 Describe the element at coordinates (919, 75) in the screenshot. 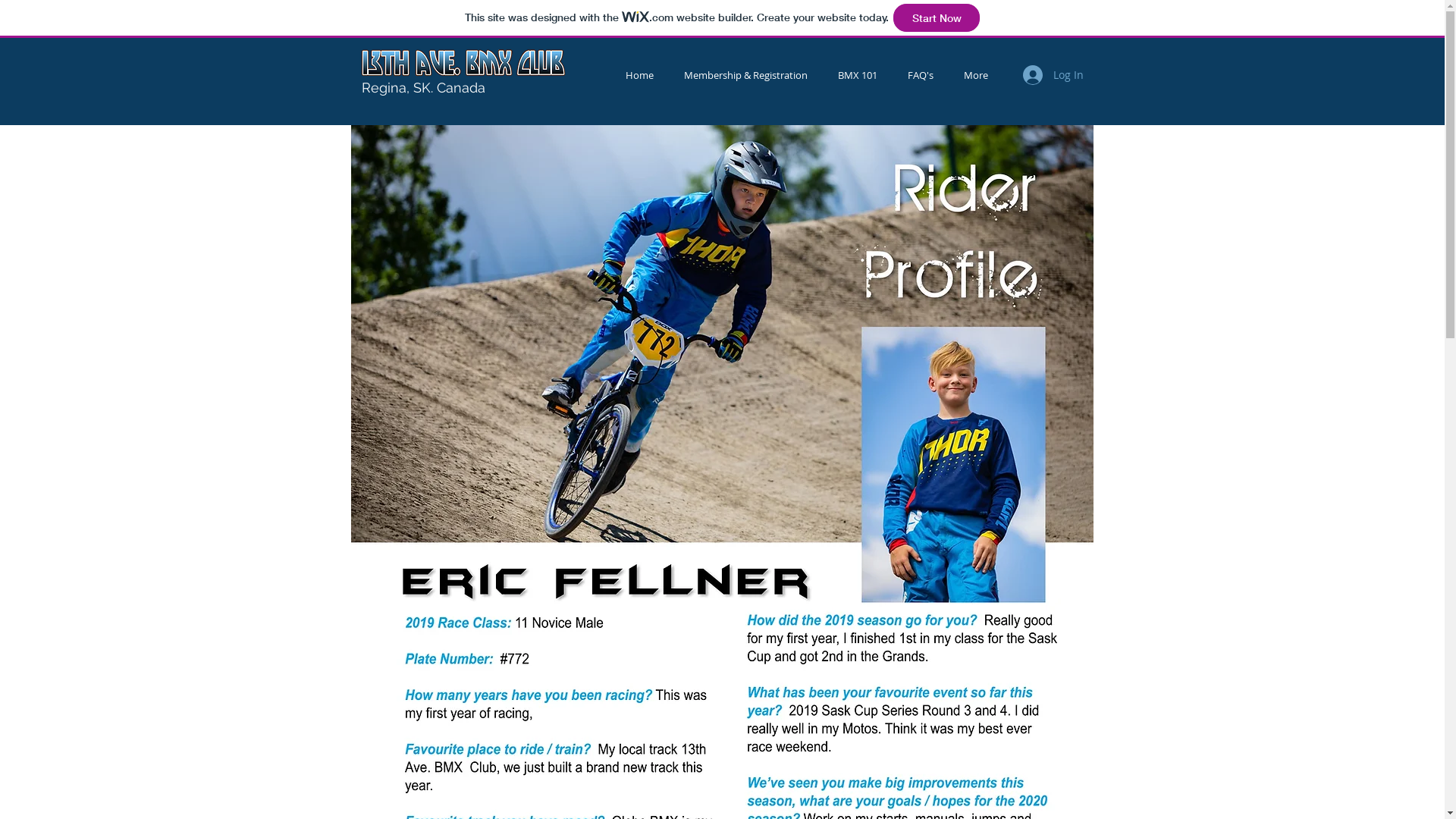

I see `'FAQ's'` at that location.